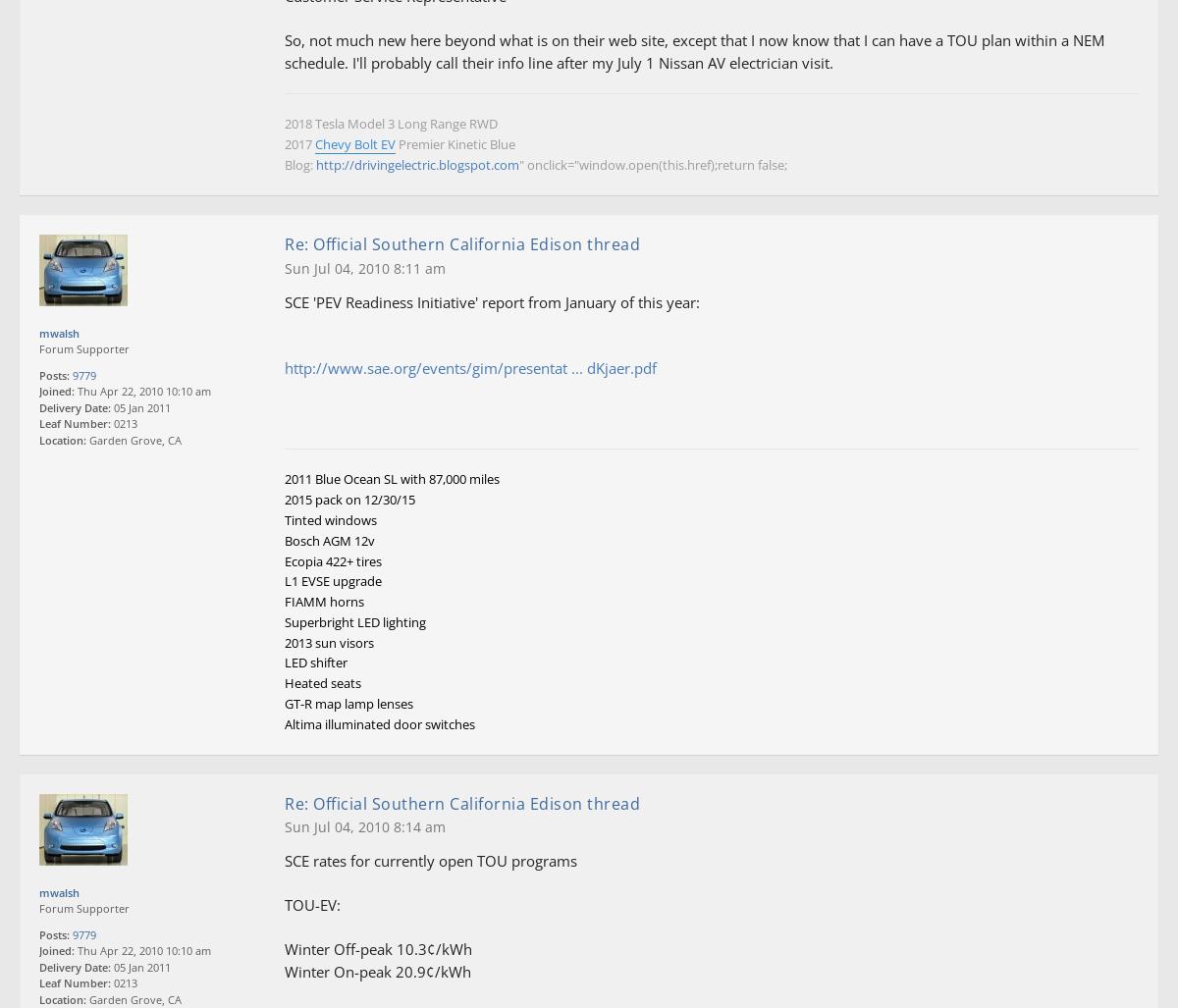 Image resolution: width=1178 pixels, height=1008 pixels. Describe the element at coordinates (392, 479) in the screenshot. I see `'2011 Blue Ocean SL with 87,000 miles'` at that location.